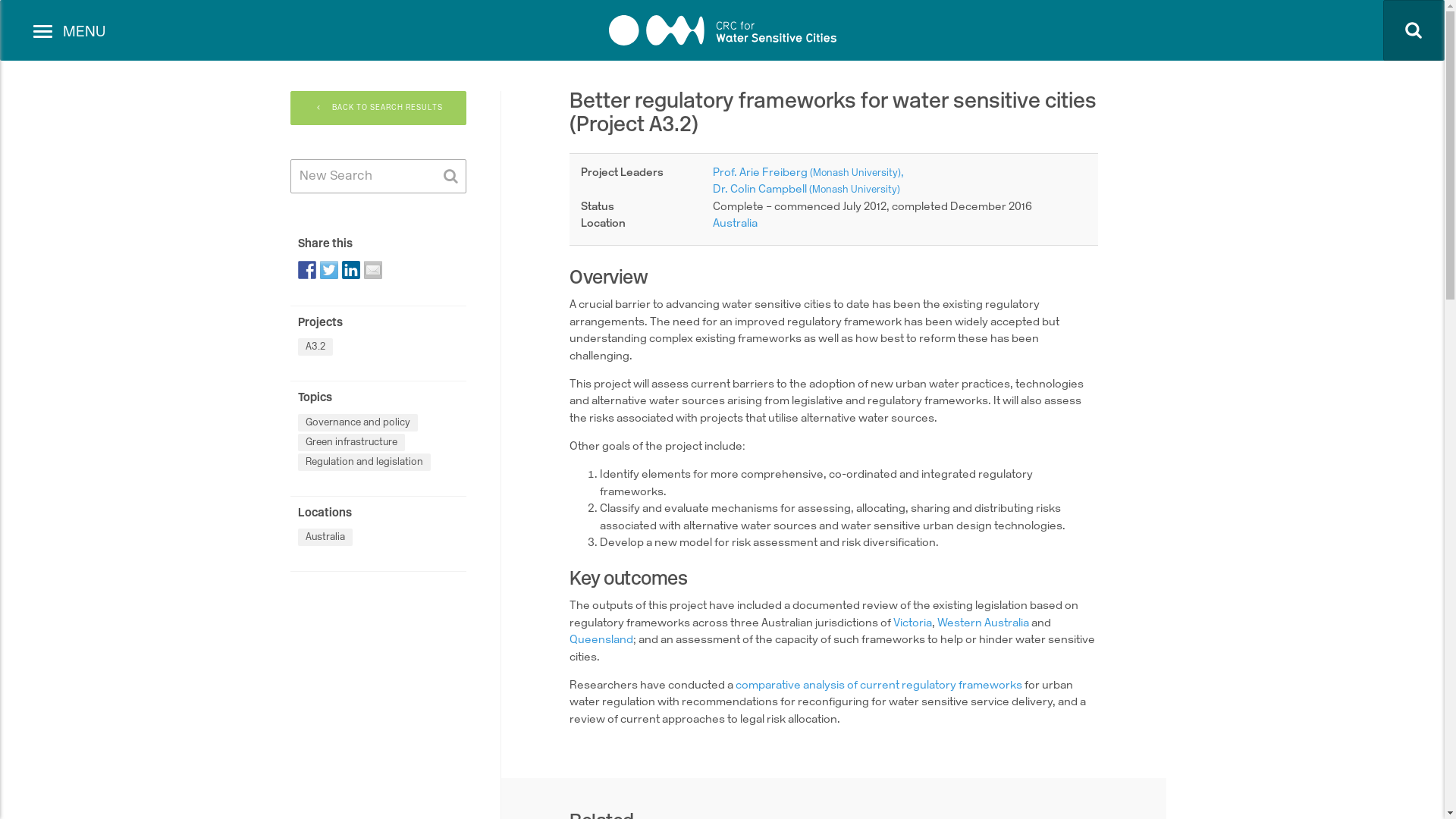 The image size is (1456, 819). What do you see at coordinates (600, 640) in the screenshot?
I see `'Queensland'` at bounding box center [600, 640].